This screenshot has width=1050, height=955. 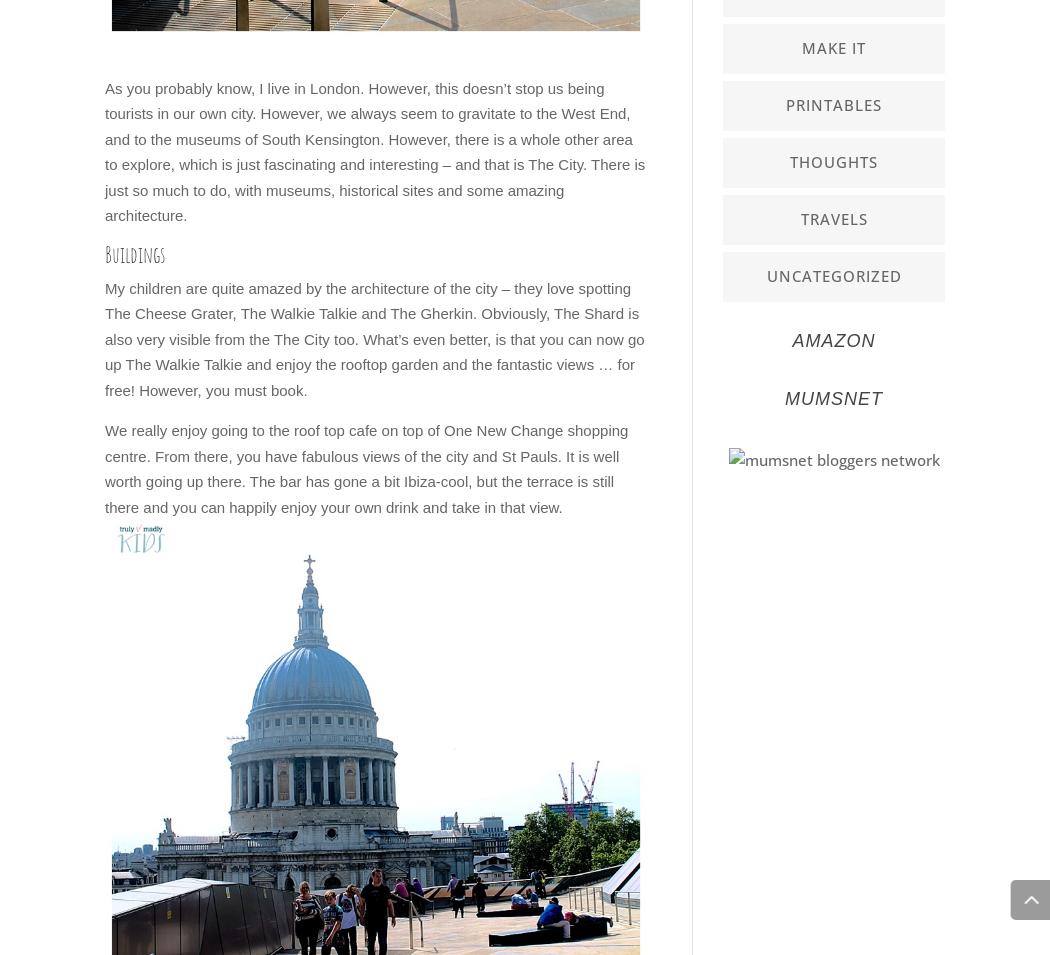 What do you see at coordinates (833, 218) in the screenshot?
I see `'Travels'` at bounding box center [833, 218].